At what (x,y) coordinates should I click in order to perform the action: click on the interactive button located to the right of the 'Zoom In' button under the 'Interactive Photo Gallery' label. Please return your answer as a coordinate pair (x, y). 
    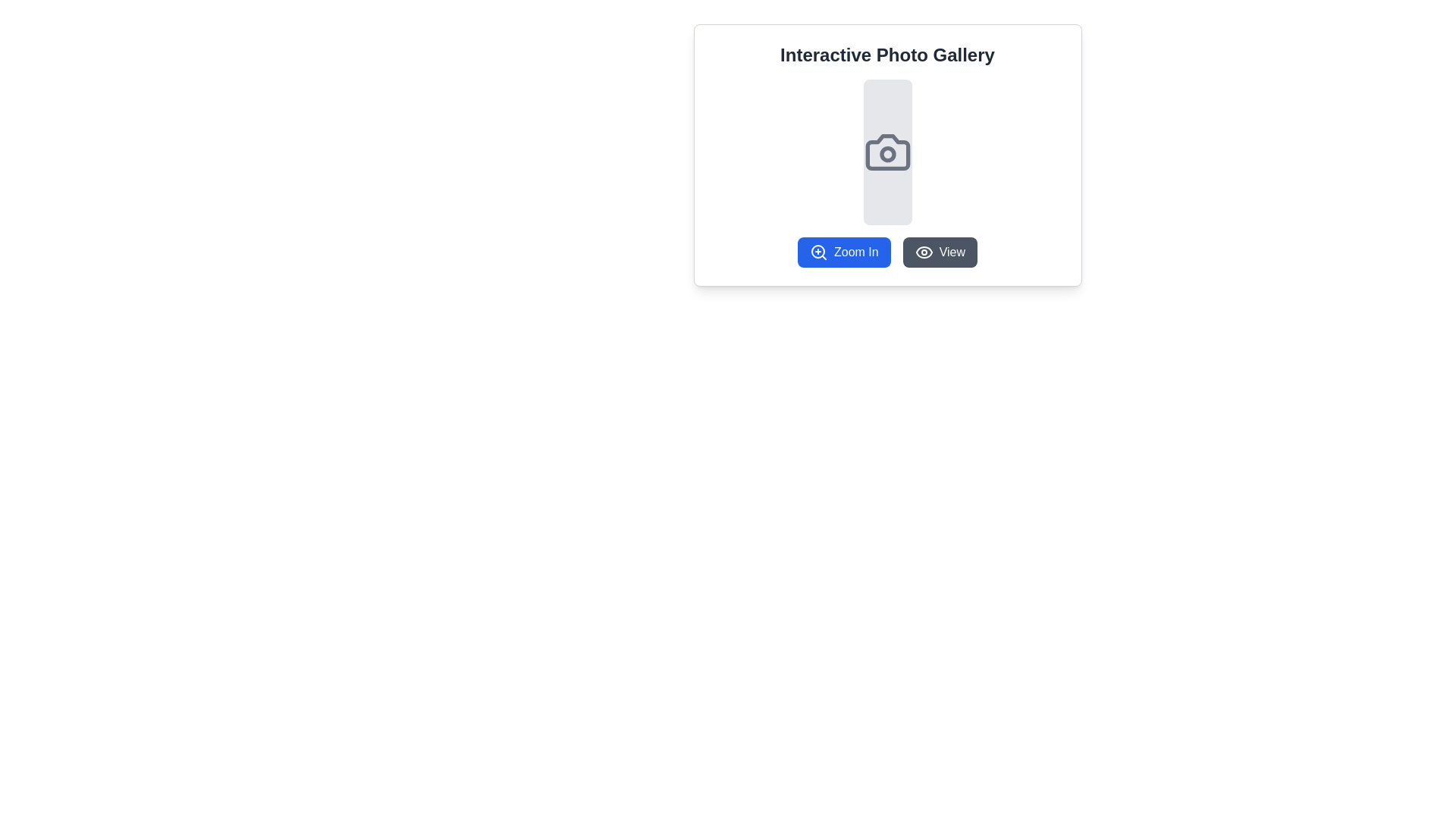
    Looking at the image, I should click on (938, 251).